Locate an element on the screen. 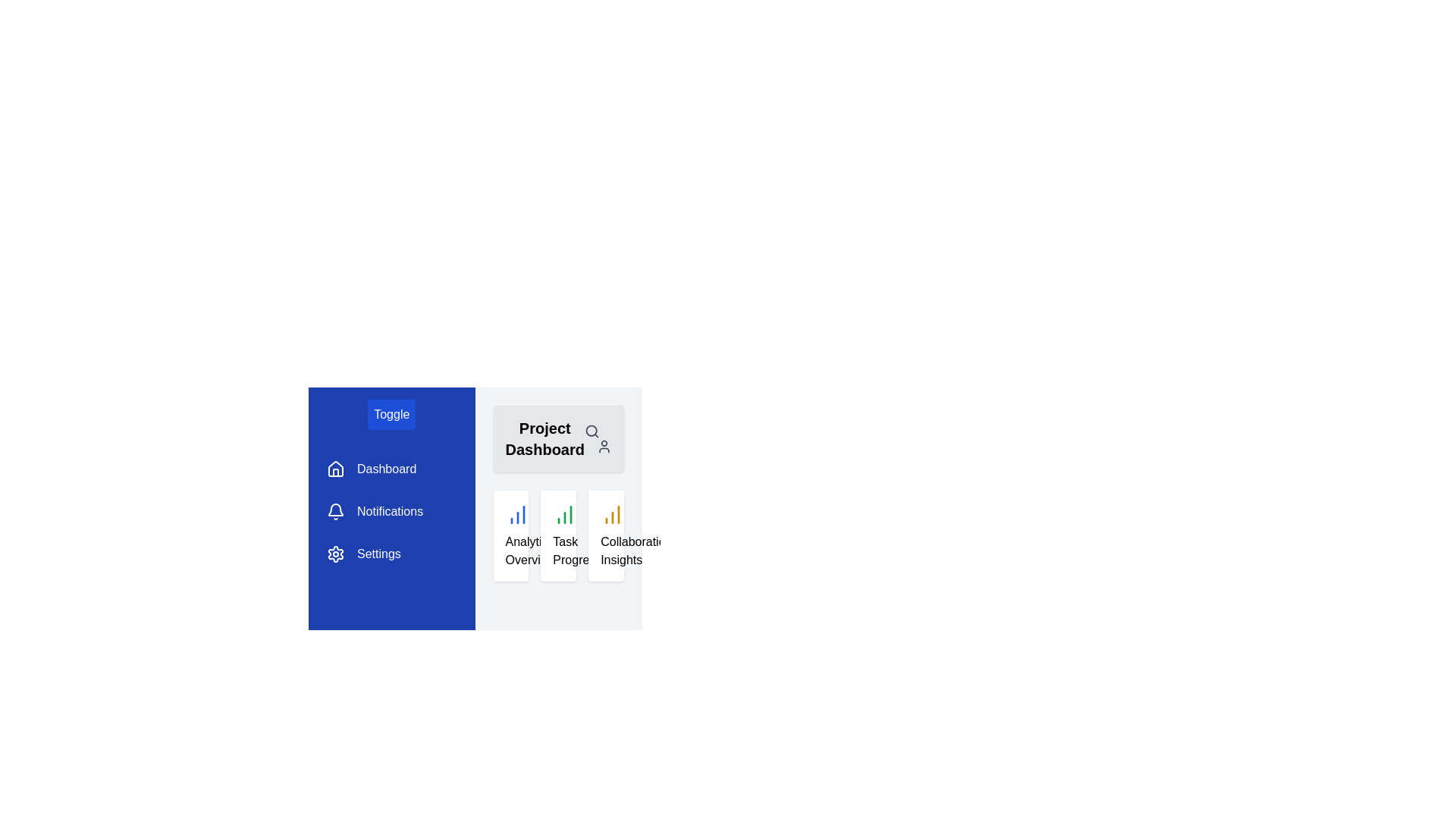  the notifications button in the vertical sidebar menu is located at coordinates (375, 512).